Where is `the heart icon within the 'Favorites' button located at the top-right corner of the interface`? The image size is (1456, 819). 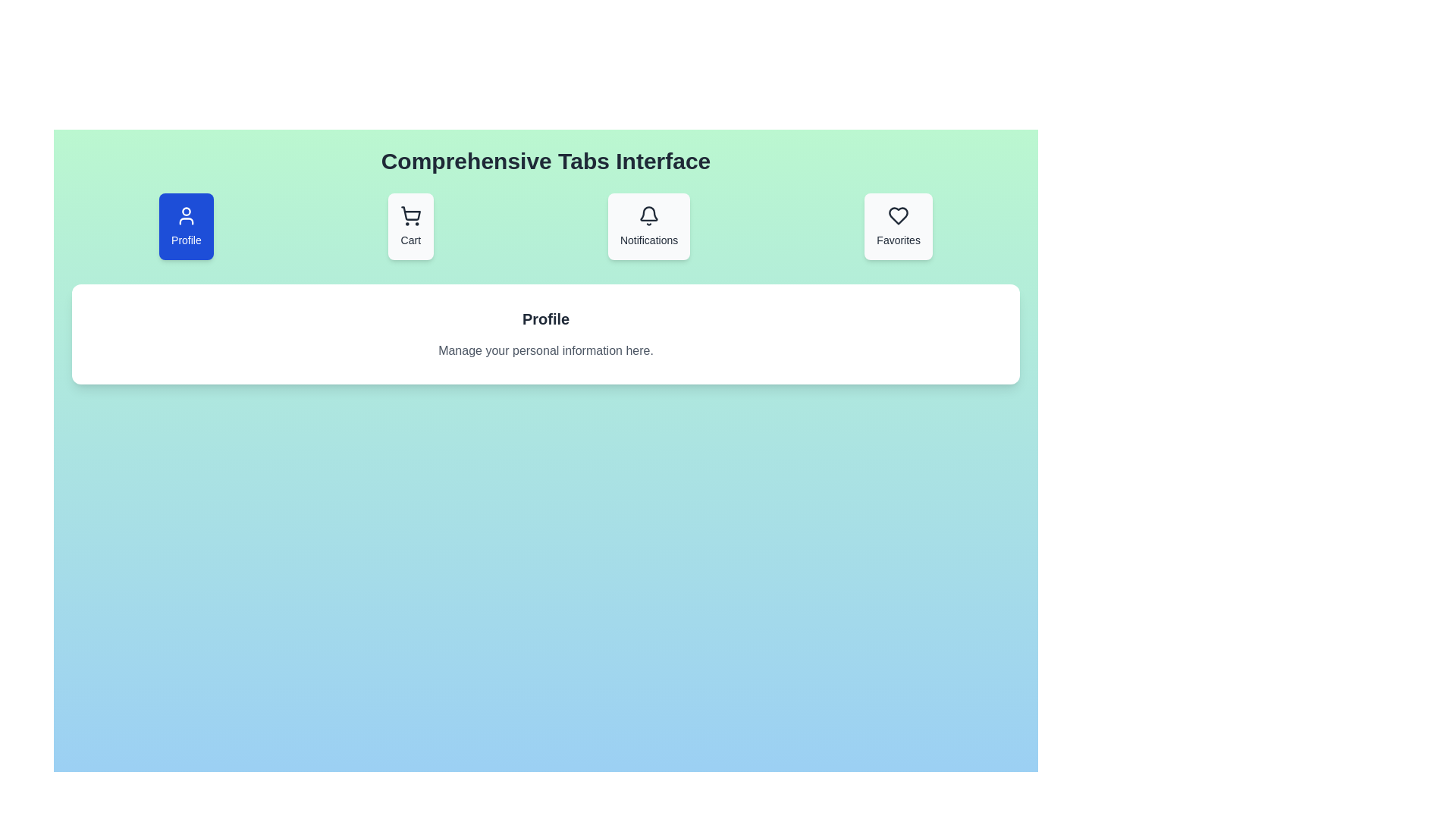 the heart icon within the 'Favorites' button located at the top-right corner of the interface is located at coordinates (899, 216).